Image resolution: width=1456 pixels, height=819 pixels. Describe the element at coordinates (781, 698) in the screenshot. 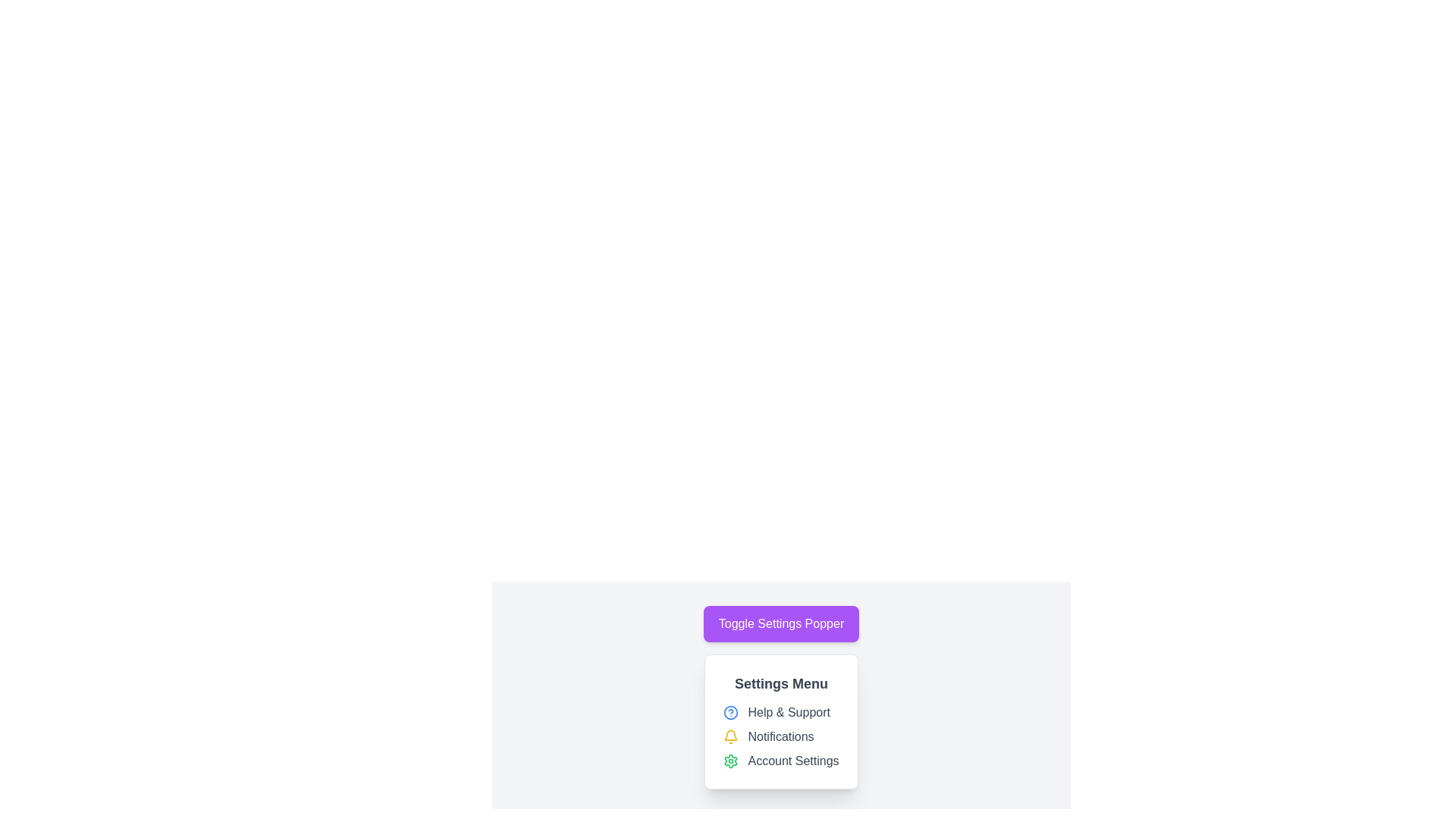

I see `the 'Settings Menu' pop-up menu` at that location.